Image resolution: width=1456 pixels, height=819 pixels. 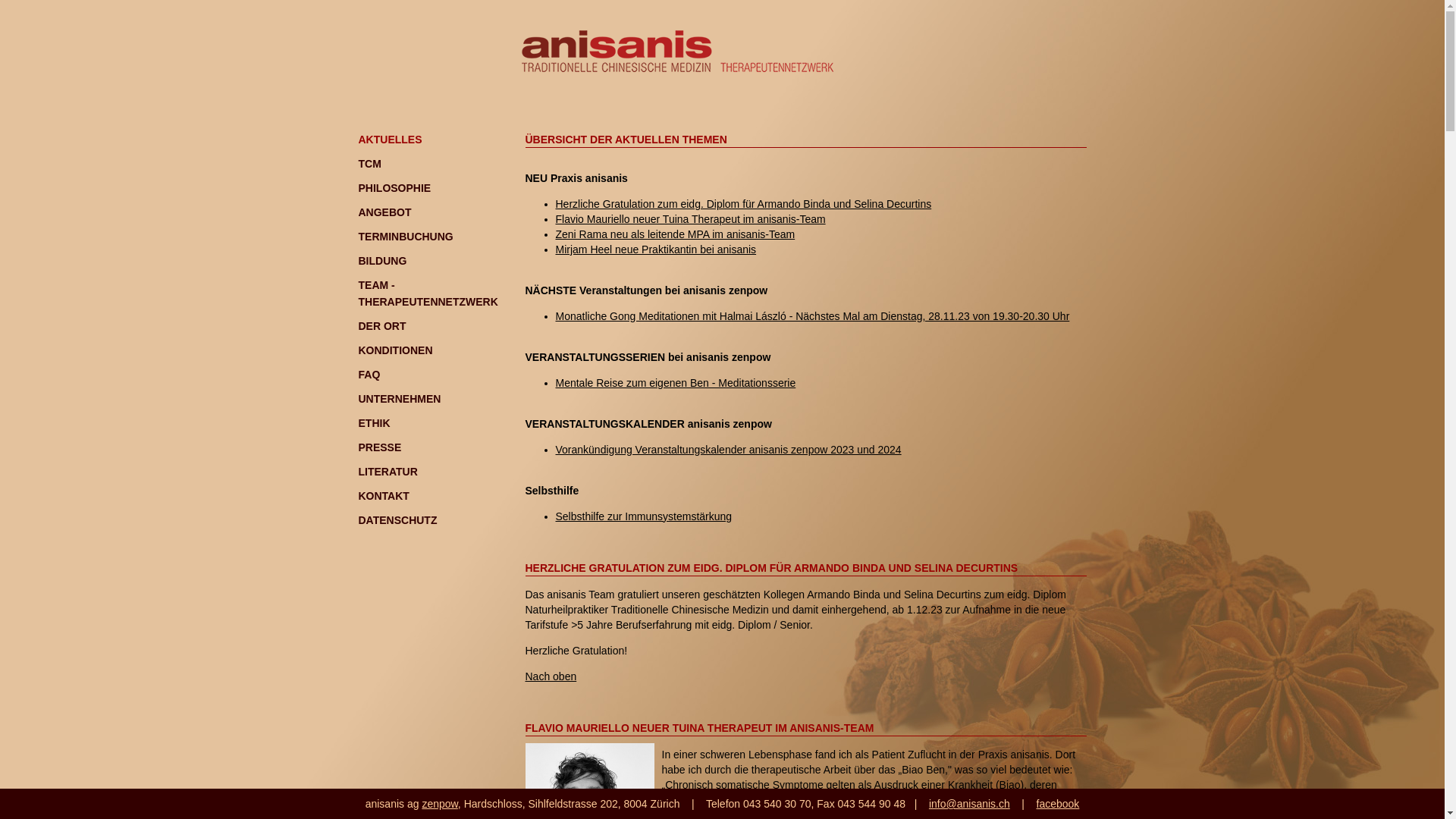 What do you see at coordinates (356, 237) in the screenshot?
I see `'TERMINBUCHUNG'` at bounding box center [356, 237].